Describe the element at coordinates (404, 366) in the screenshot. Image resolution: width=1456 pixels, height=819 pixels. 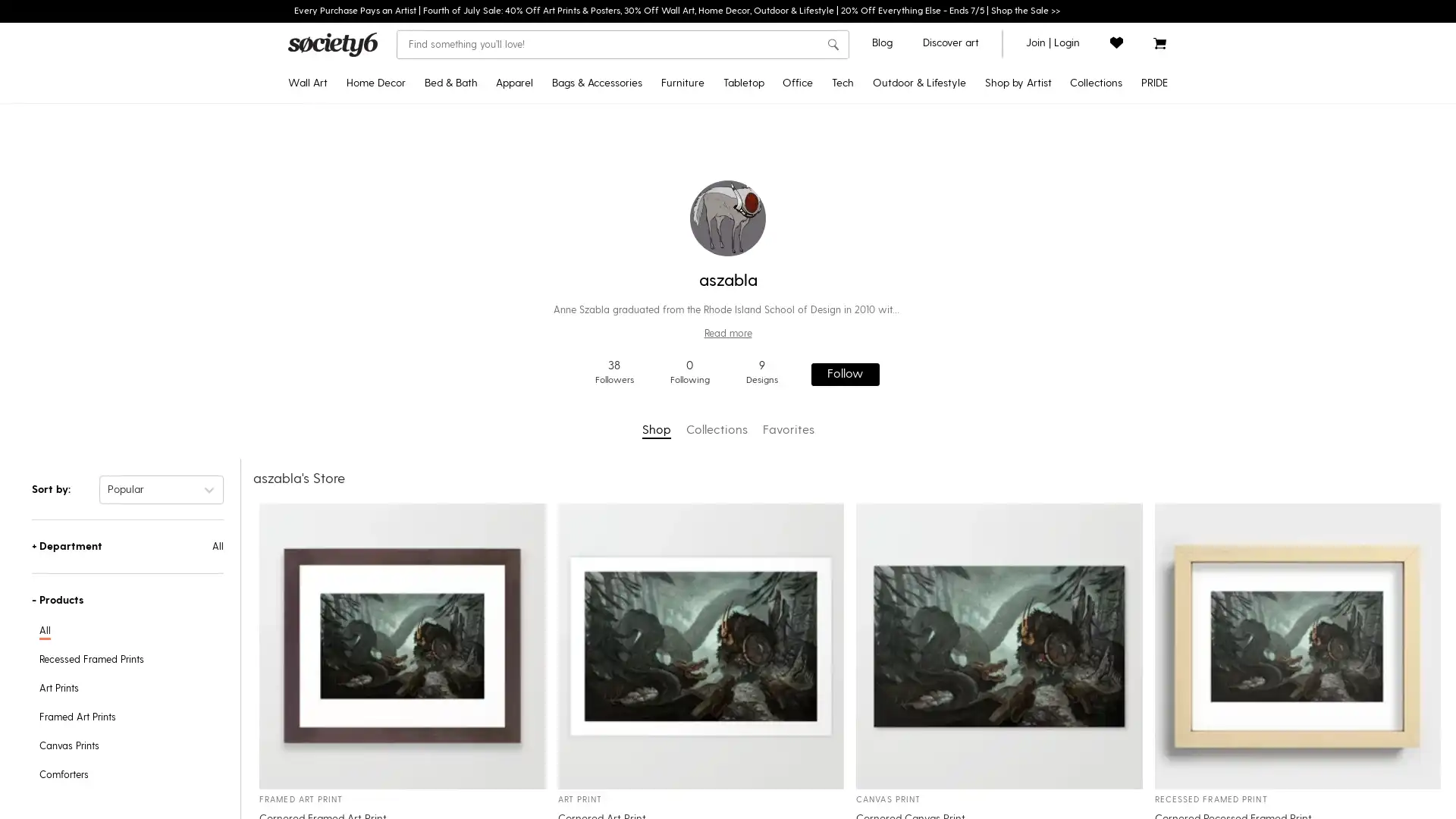
I see `Wallpaper` at that location.